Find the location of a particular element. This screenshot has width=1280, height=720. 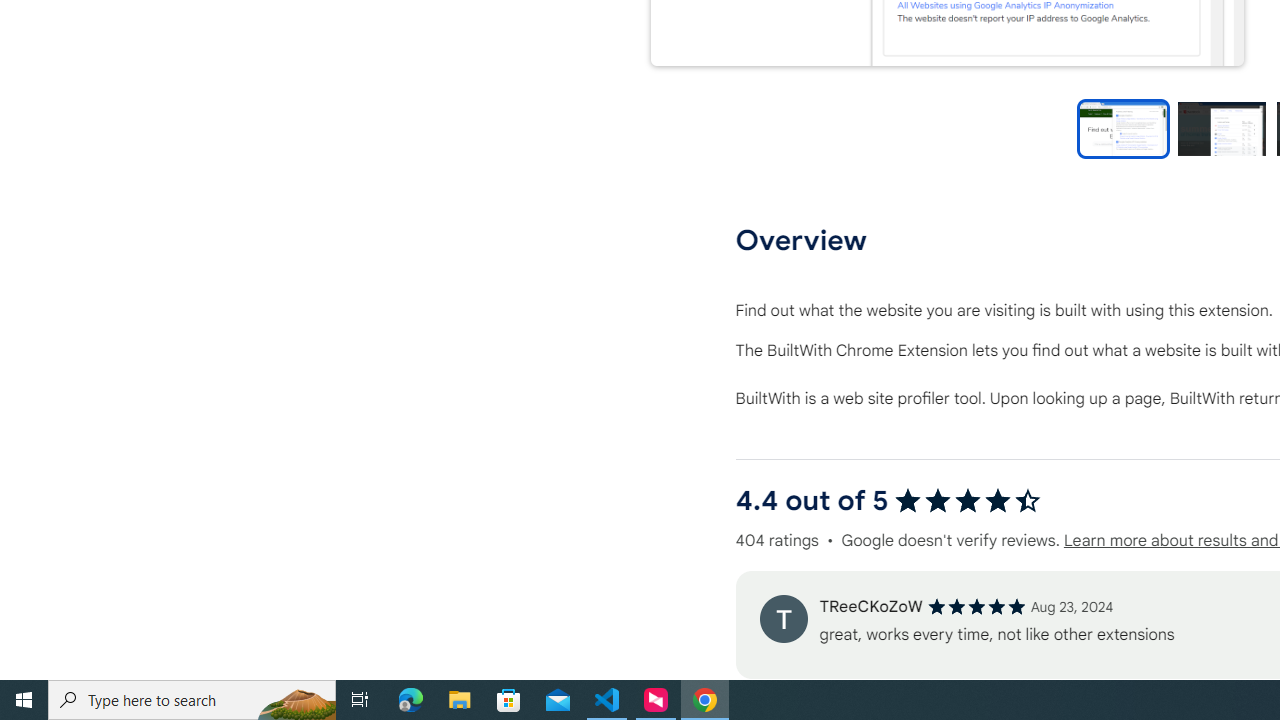

'Review' is located at coordinates (782, 617).